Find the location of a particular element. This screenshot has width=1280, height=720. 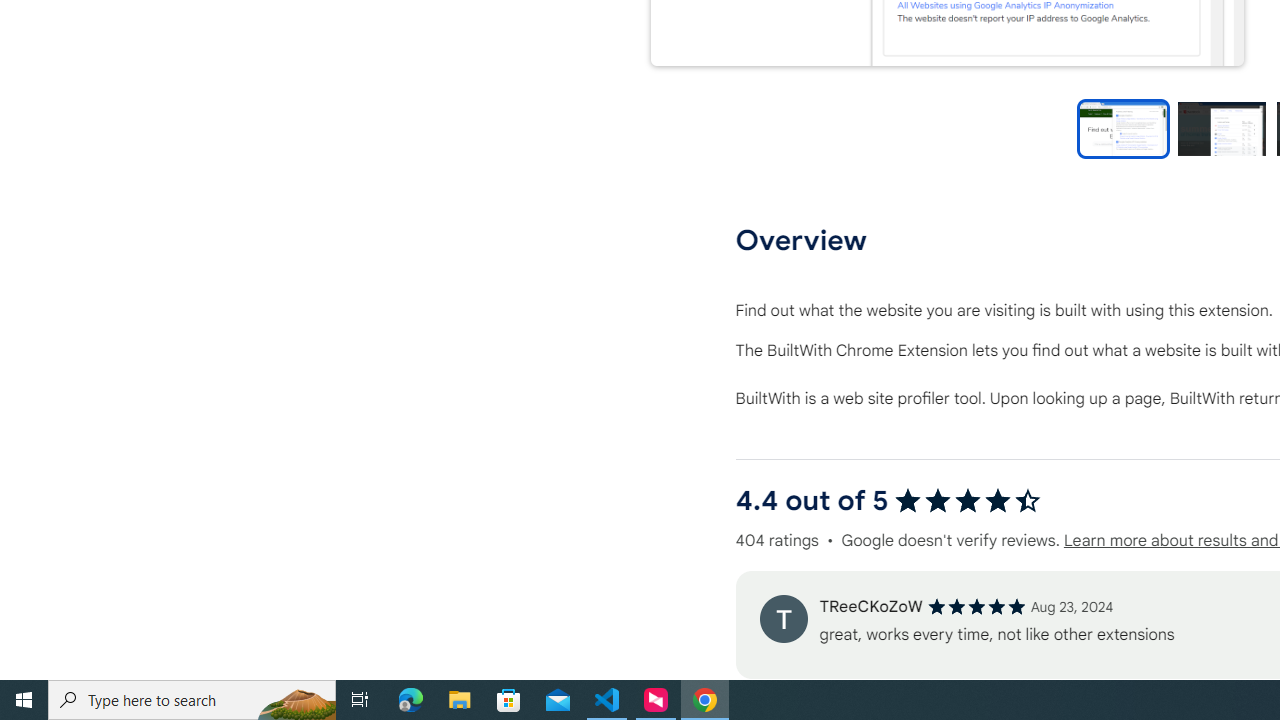

'Review' is located at coordinates (782, 617).